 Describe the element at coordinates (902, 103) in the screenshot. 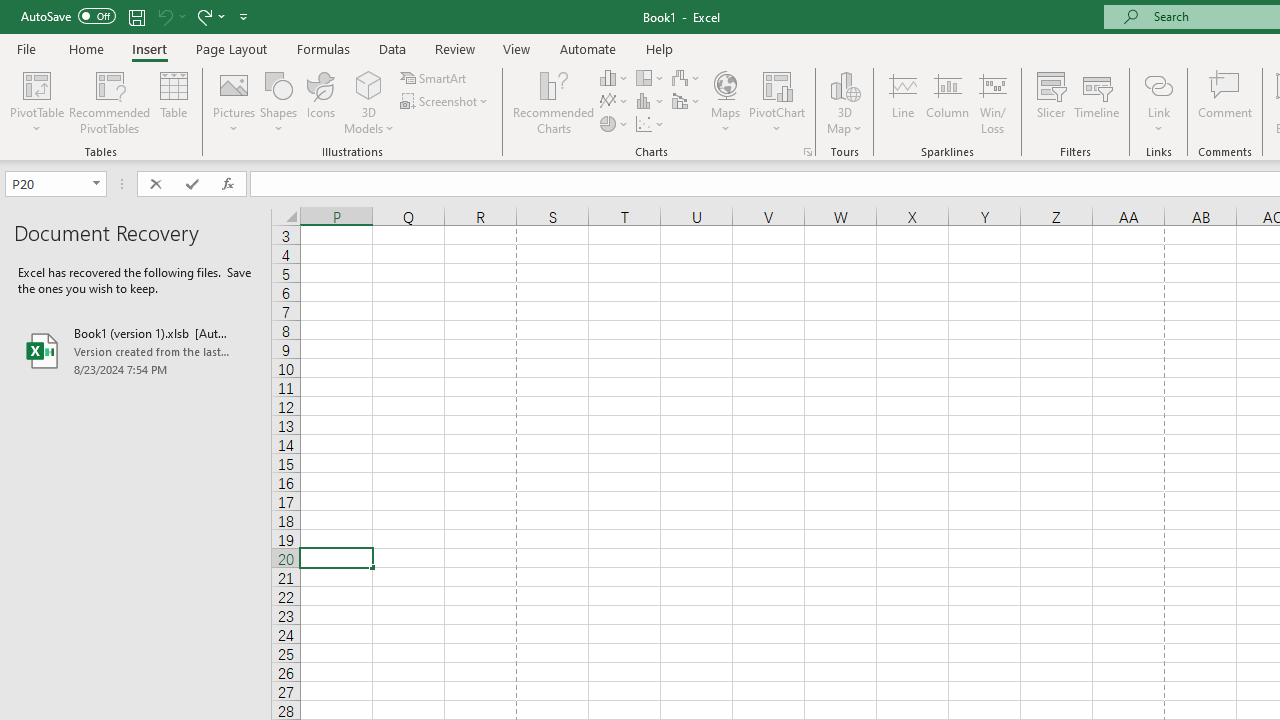

I see `'Line'` at that location.